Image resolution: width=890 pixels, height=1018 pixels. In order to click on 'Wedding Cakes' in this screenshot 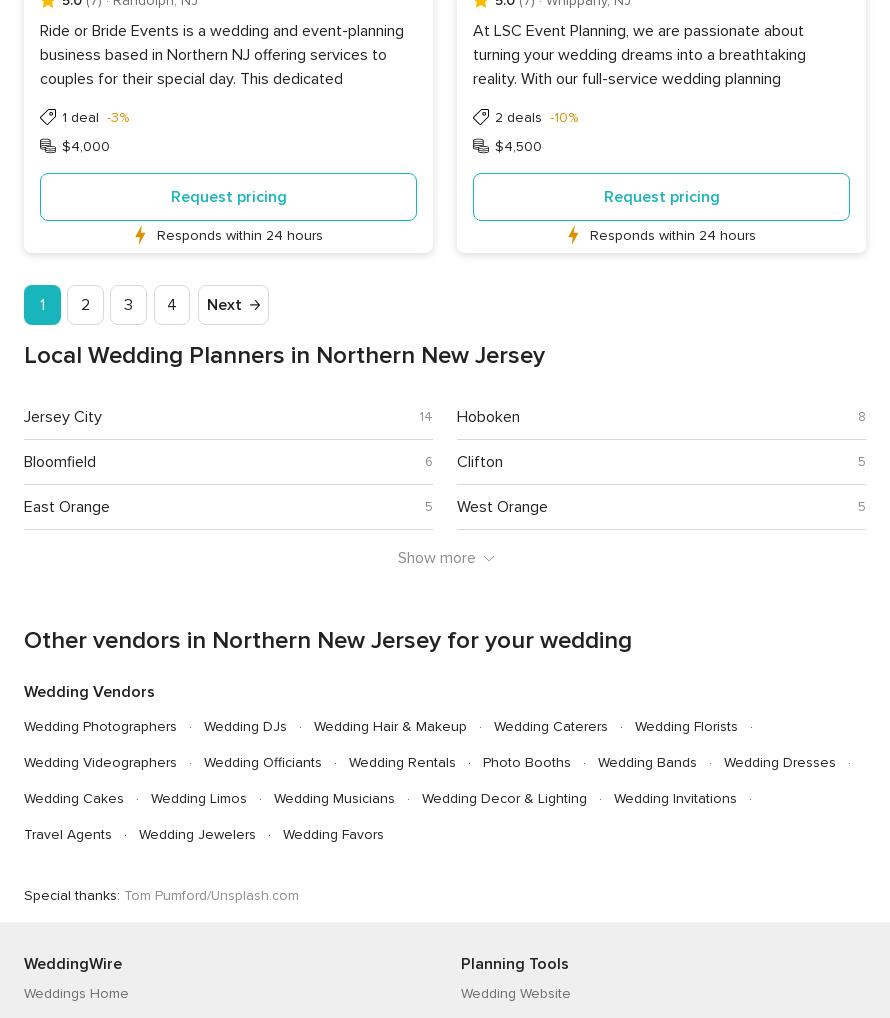, I will do `click(73, 797)`.